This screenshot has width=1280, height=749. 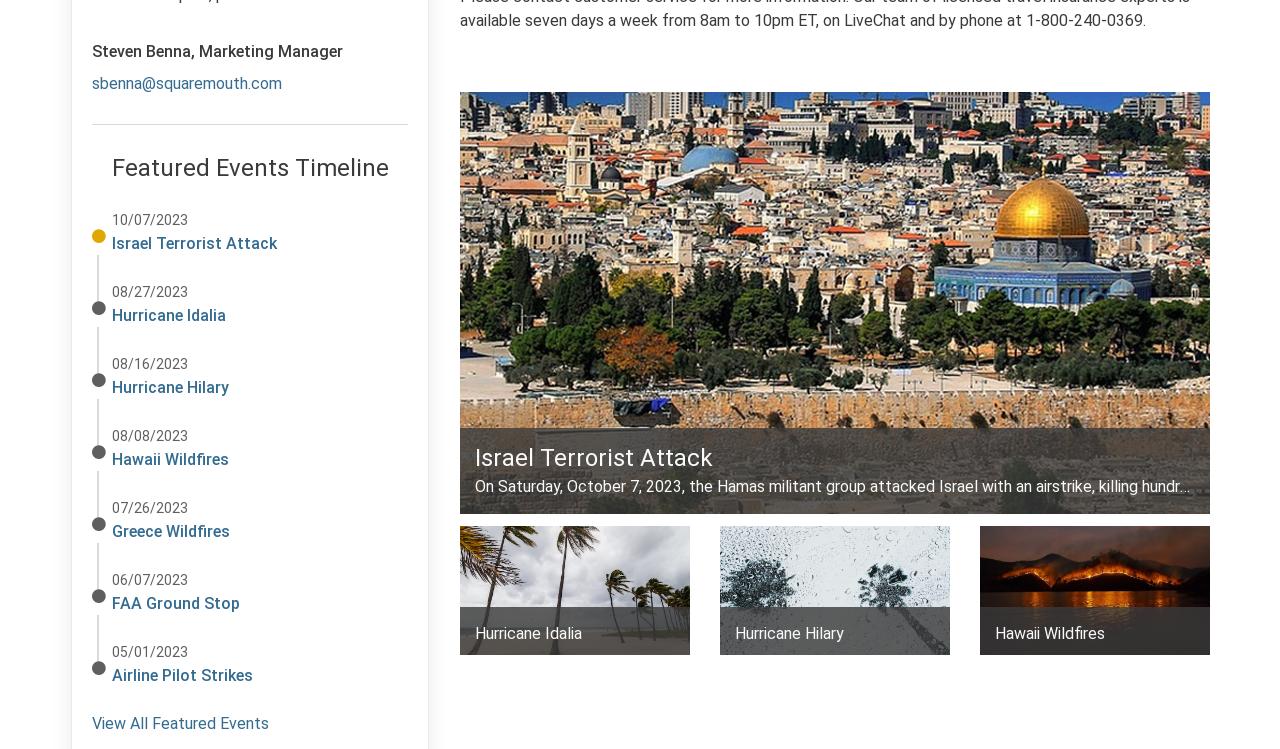 I want to click on '08/27/2023', so click(x=149, y=291).